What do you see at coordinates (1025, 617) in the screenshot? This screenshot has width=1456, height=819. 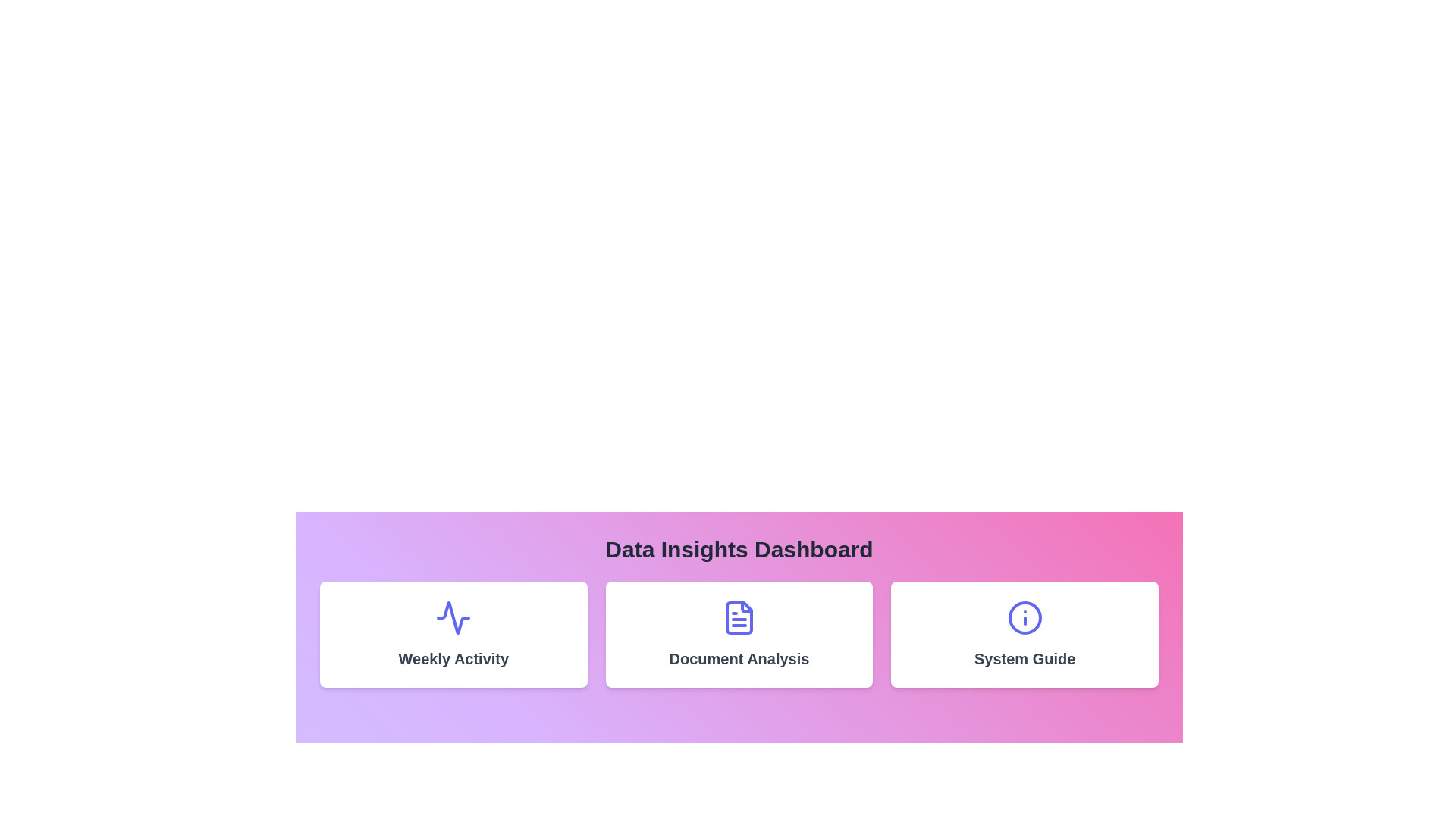 I see `the informational icon located at the bottom right of the 'System Guide' card, which provides guidance or help resources` at bounding box center [1025, 617].